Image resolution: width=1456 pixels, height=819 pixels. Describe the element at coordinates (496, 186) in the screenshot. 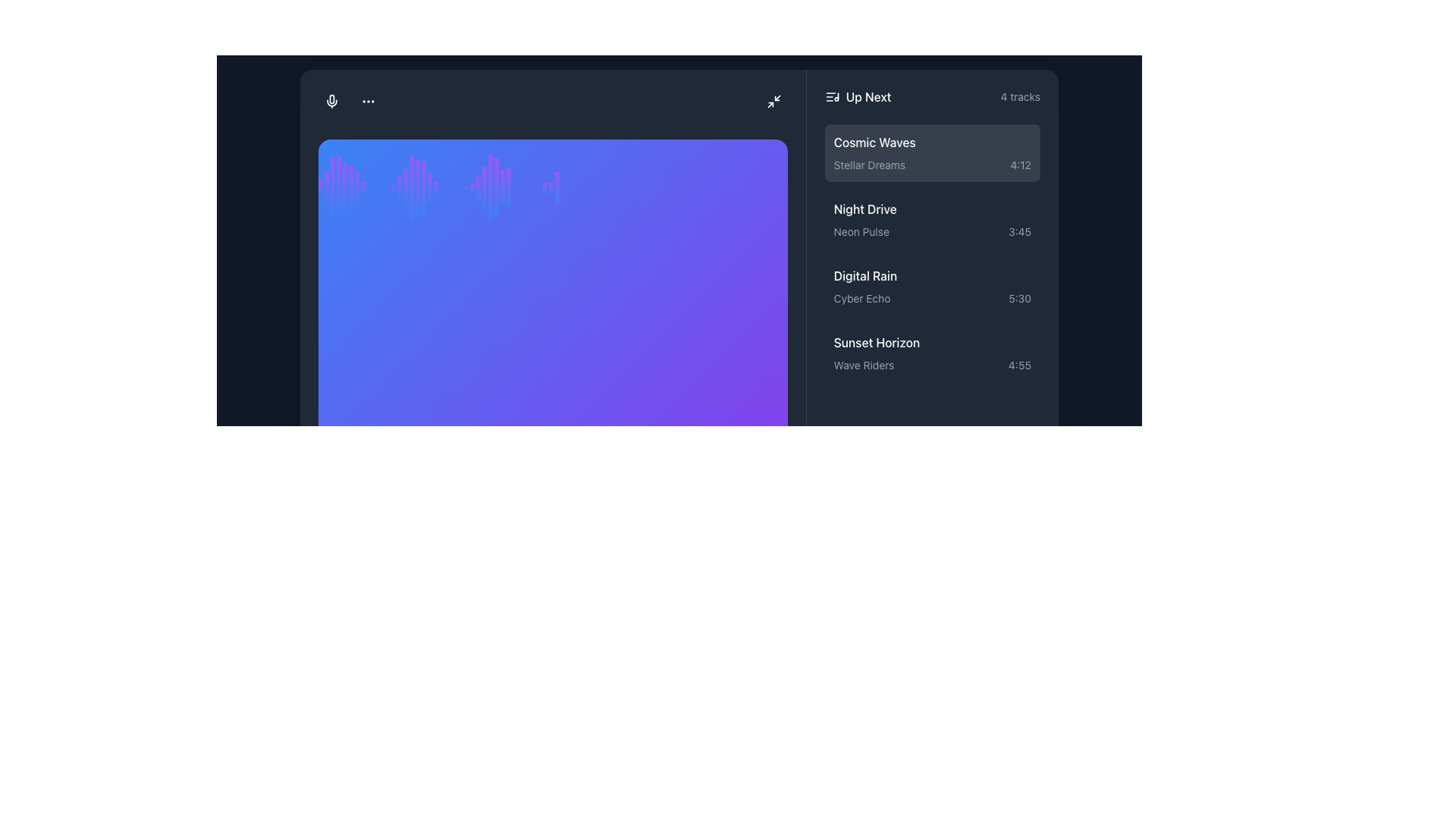

I see `the vertical bar in the audio waveform representation, which has a gradient color transitioning from blue at the base to purple at the top, and is positioned 31st from the left within its group` at that location.